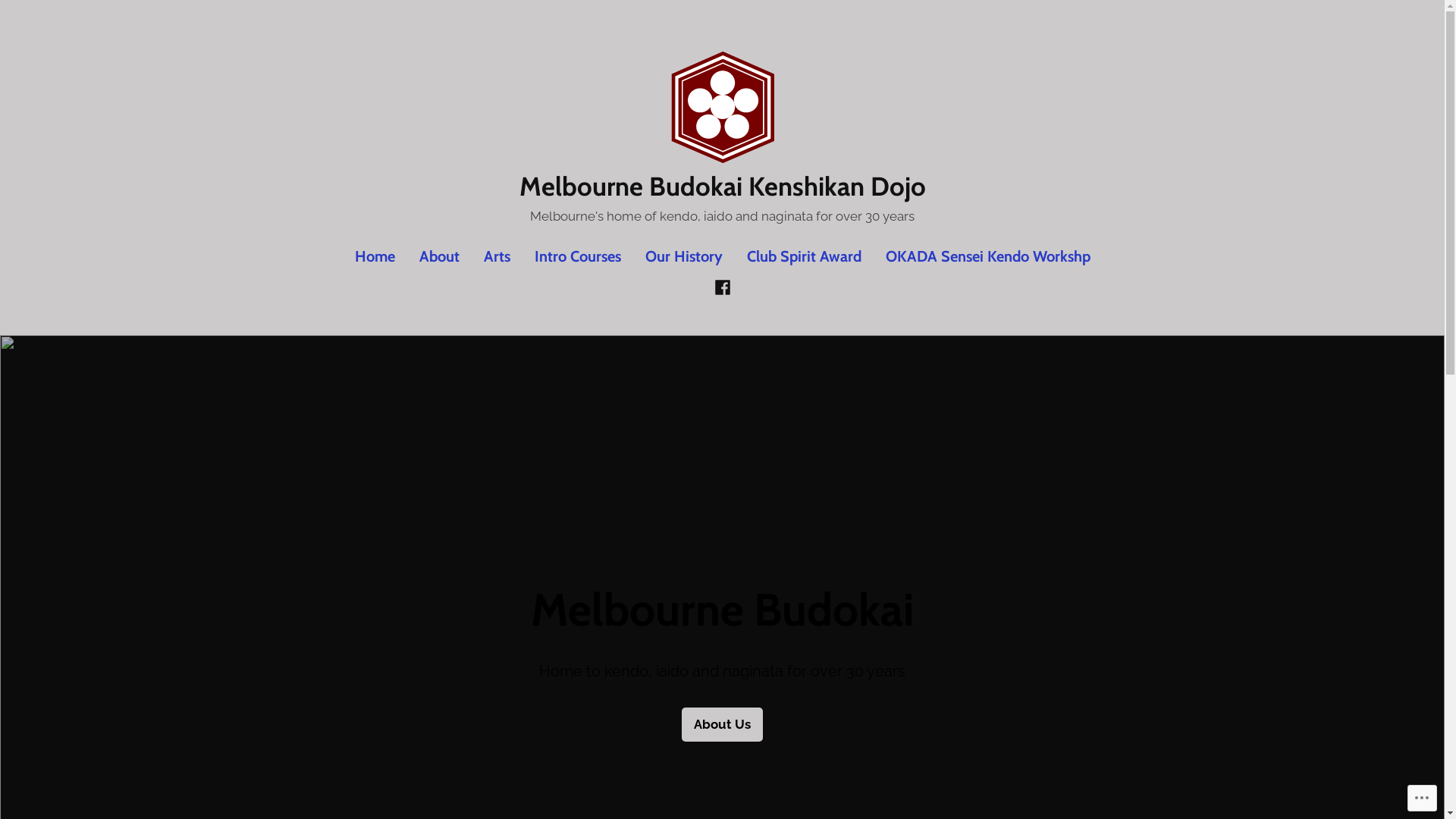 The width and height of the screenshot is (1456, 819). I want to click on 'Our History', so click(682, 255).